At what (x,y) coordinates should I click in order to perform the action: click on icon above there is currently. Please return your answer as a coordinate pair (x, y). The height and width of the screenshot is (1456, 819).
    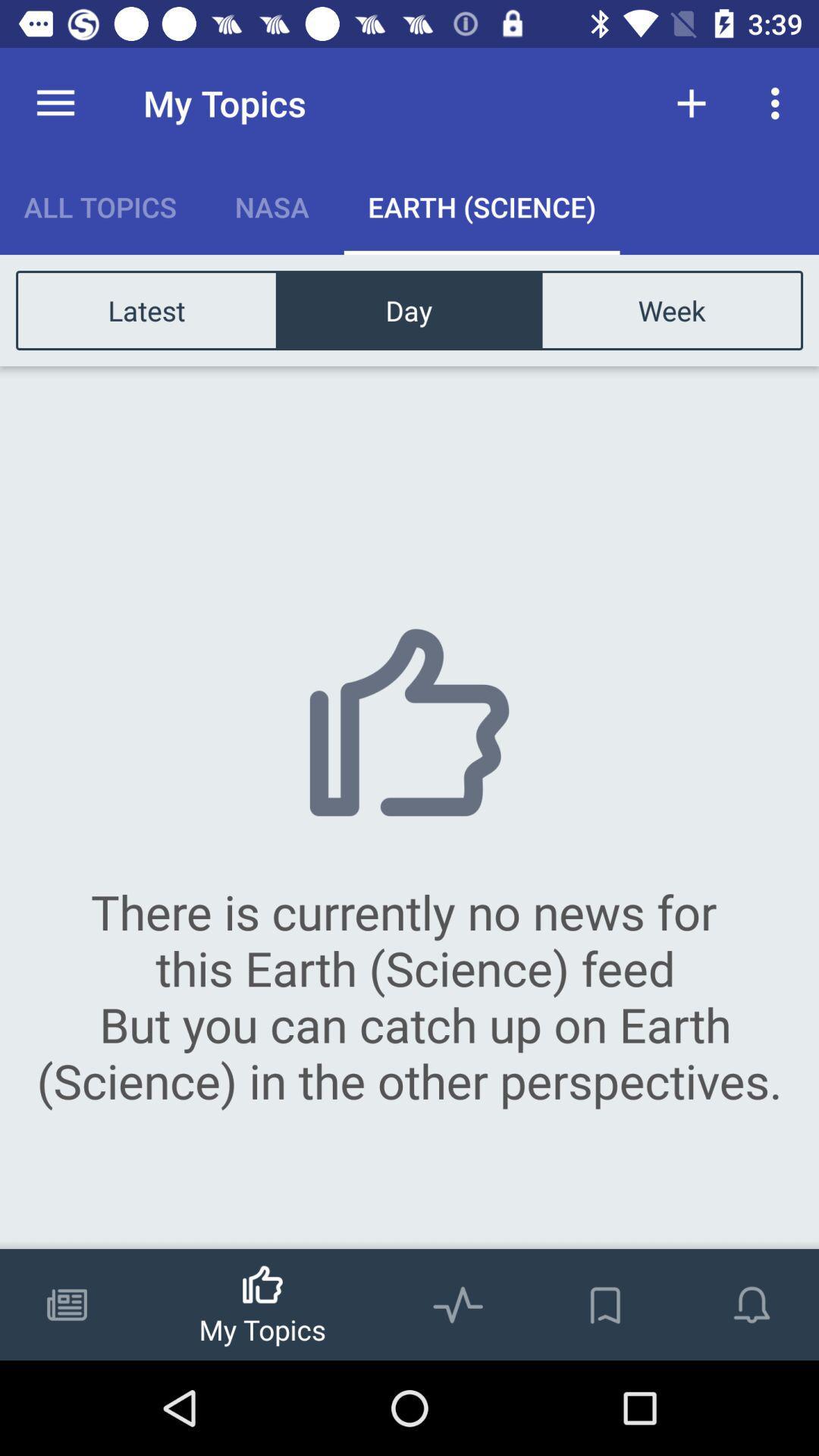
    Looking at the image, I should click on (146, 309).